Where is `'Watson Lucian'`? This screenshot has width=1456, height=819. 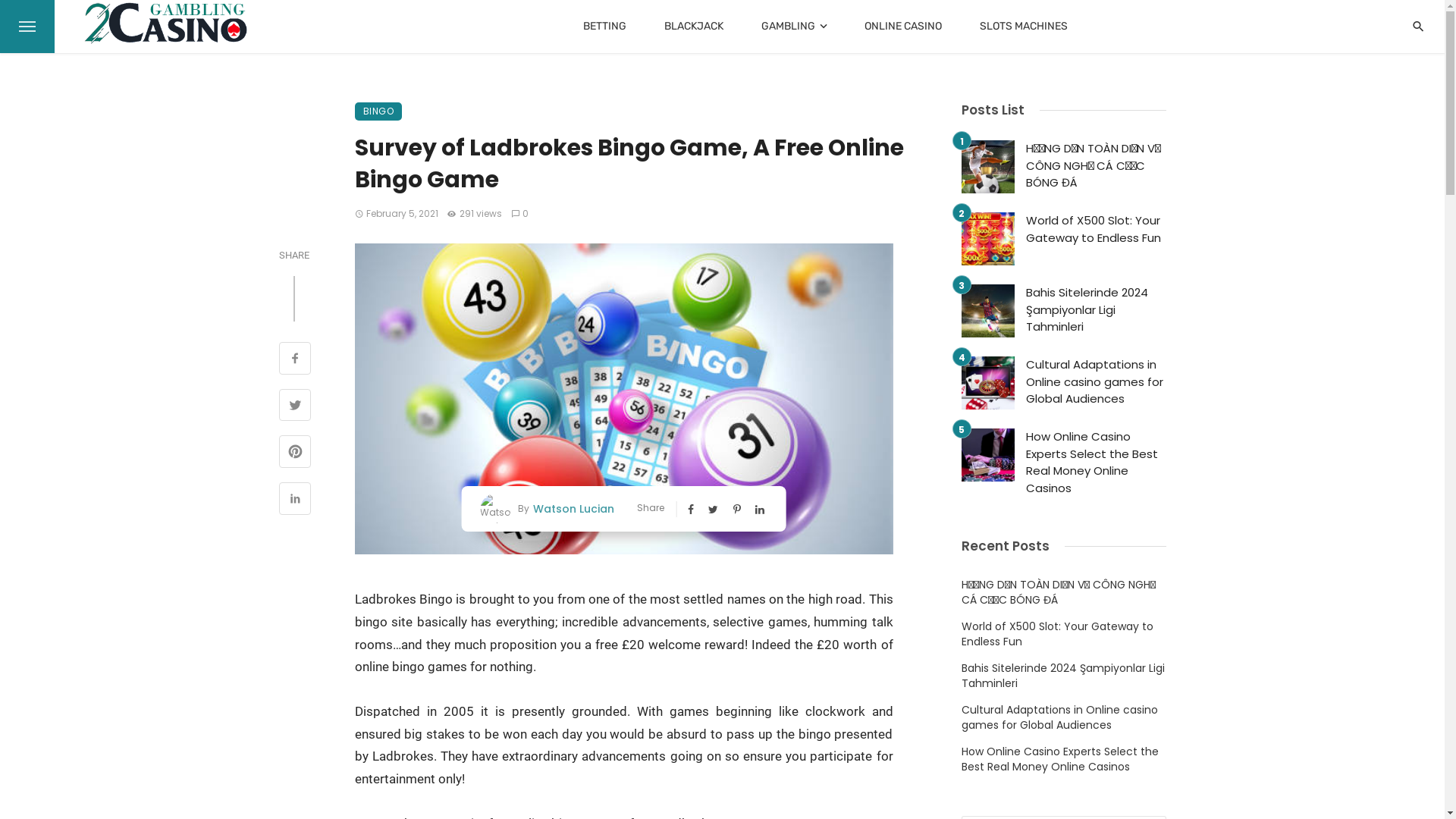 'Watson Lucian' is located at coordinates (570, 508).